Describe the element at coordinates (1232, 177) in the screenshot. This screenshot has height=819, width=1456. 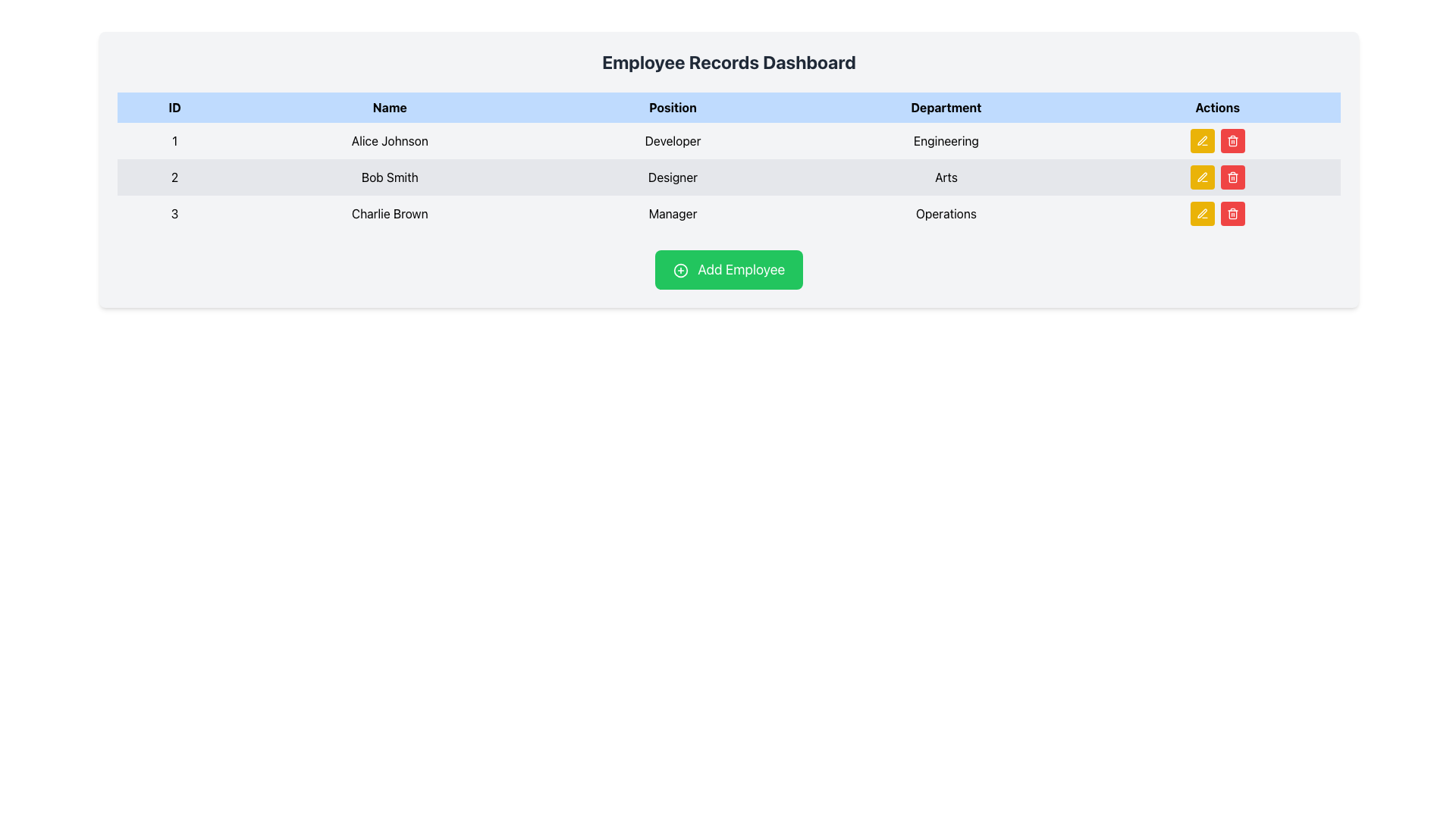
I see `the trash can body outline icon in the 'Actions' column of the row for 'Bob Smith'` at that location.